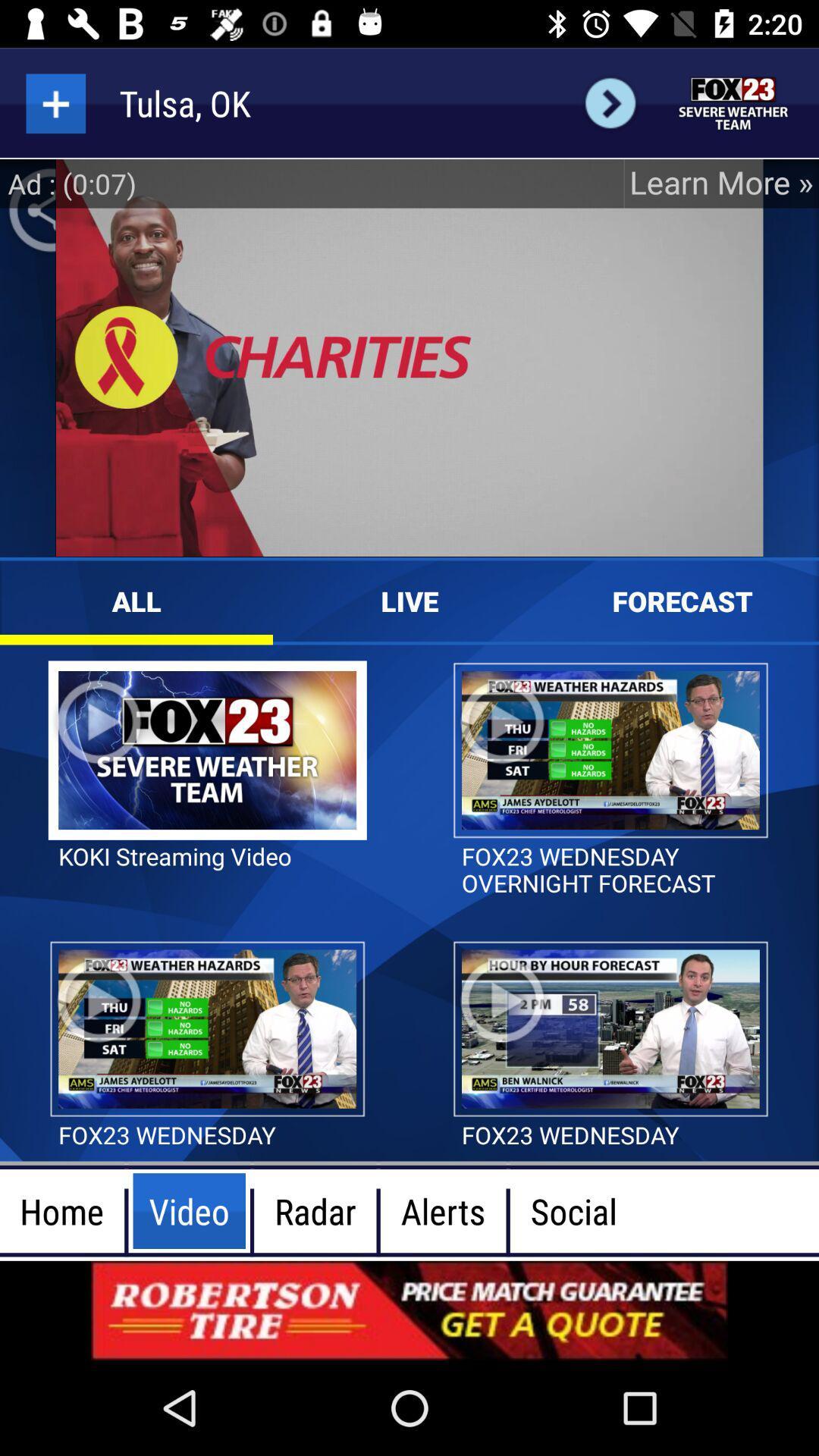 The width and height of the screenshot is (819, 1456). Describe the element at coordinates (733, 102) in the screenshot. I see `fox weather news` at that location.